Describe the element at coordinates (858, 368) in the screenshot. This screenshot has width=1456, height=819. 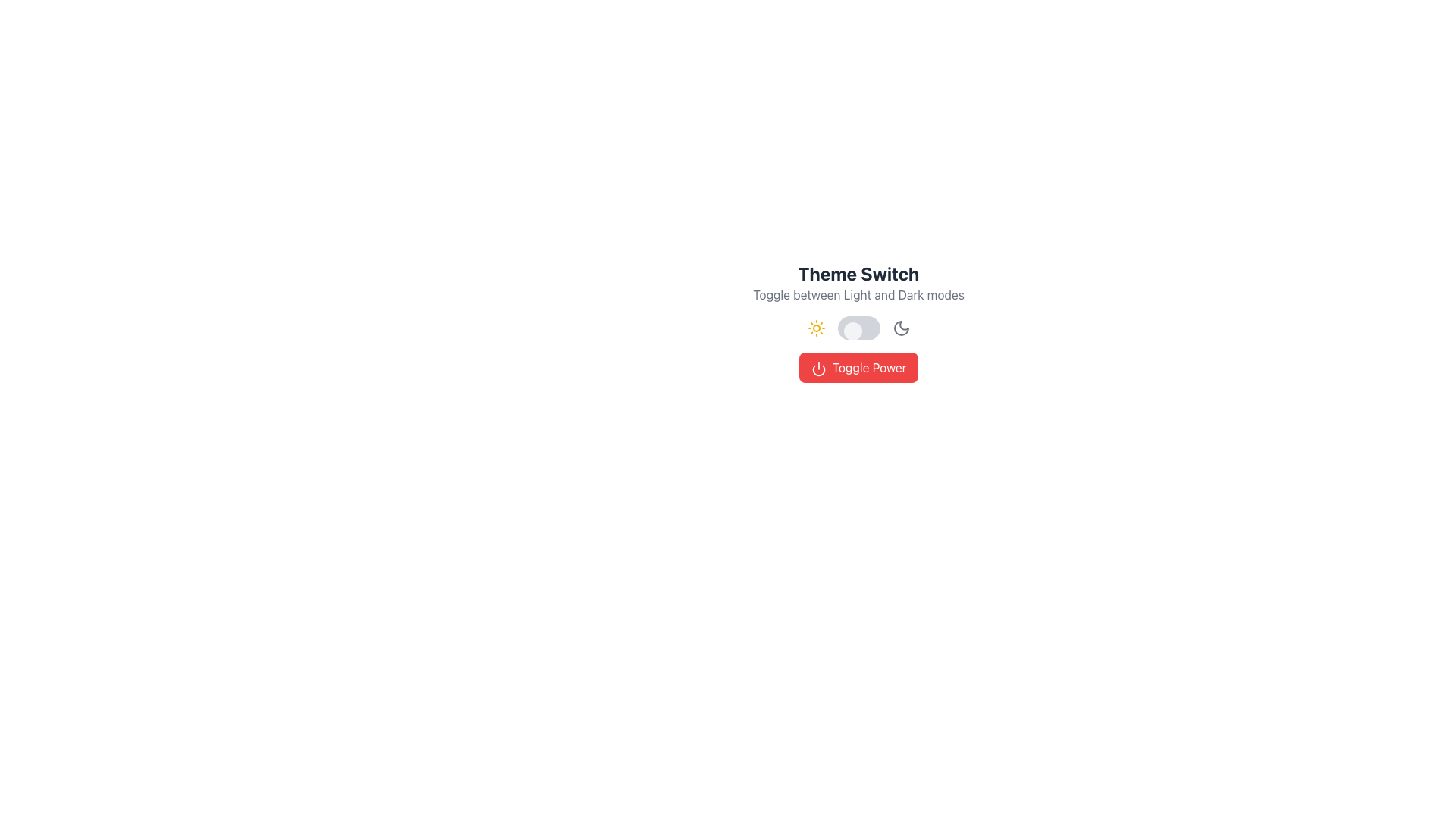
I see `the 'Toggle Power' button, which is a rectangular button with rounded corners, a red background, and white text, located centrally at the bottom of the interface` at that location.